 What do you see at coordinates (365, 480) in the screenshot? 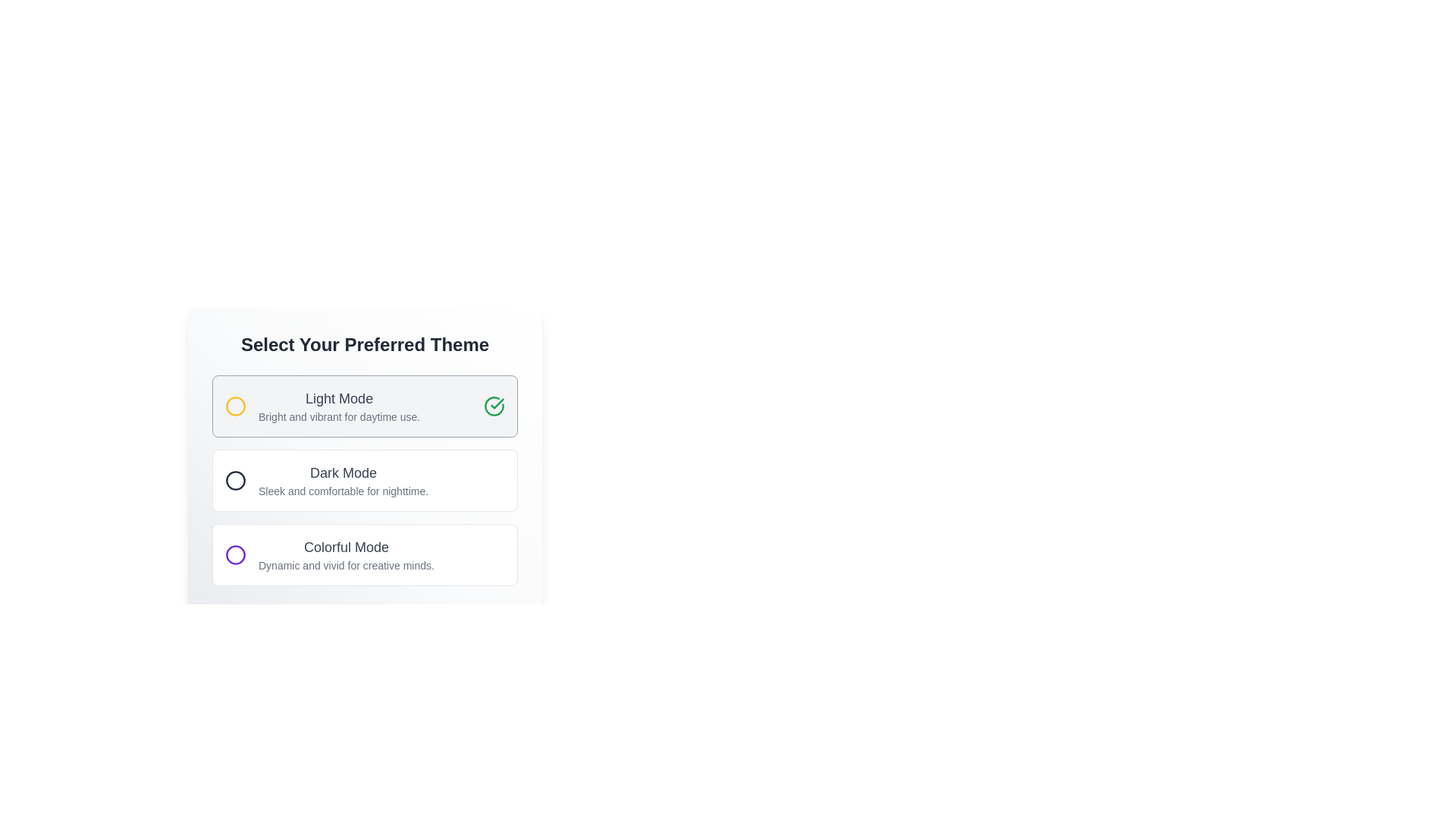
I see `the vertical list of selectable options for reordering, located centrally underneath the title 'Select Your Preferred Theme'` at bounding box center [365, 480].